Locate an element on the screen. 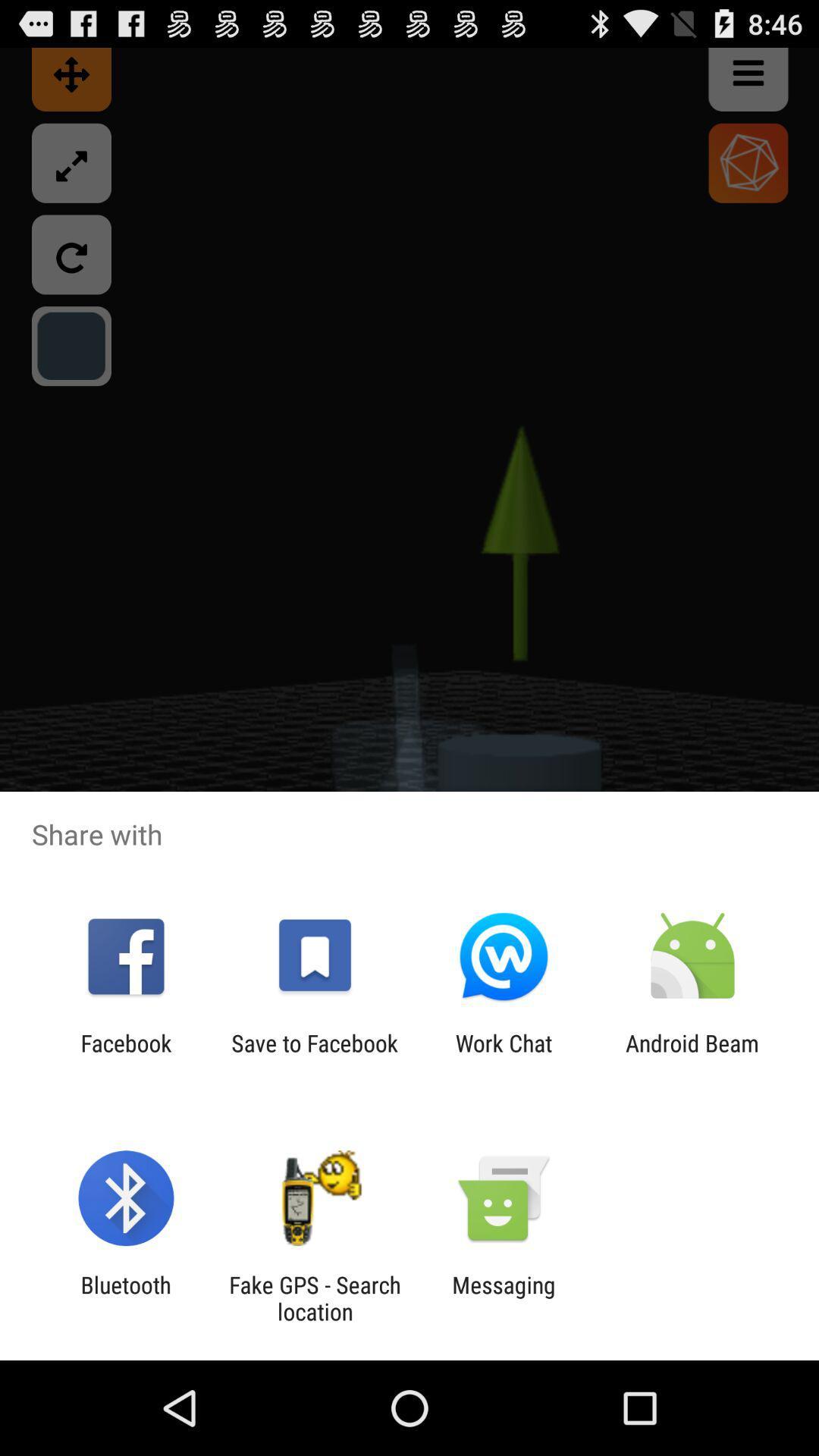  the app to the left of fake gps search is located at coordinates (125, 1298).